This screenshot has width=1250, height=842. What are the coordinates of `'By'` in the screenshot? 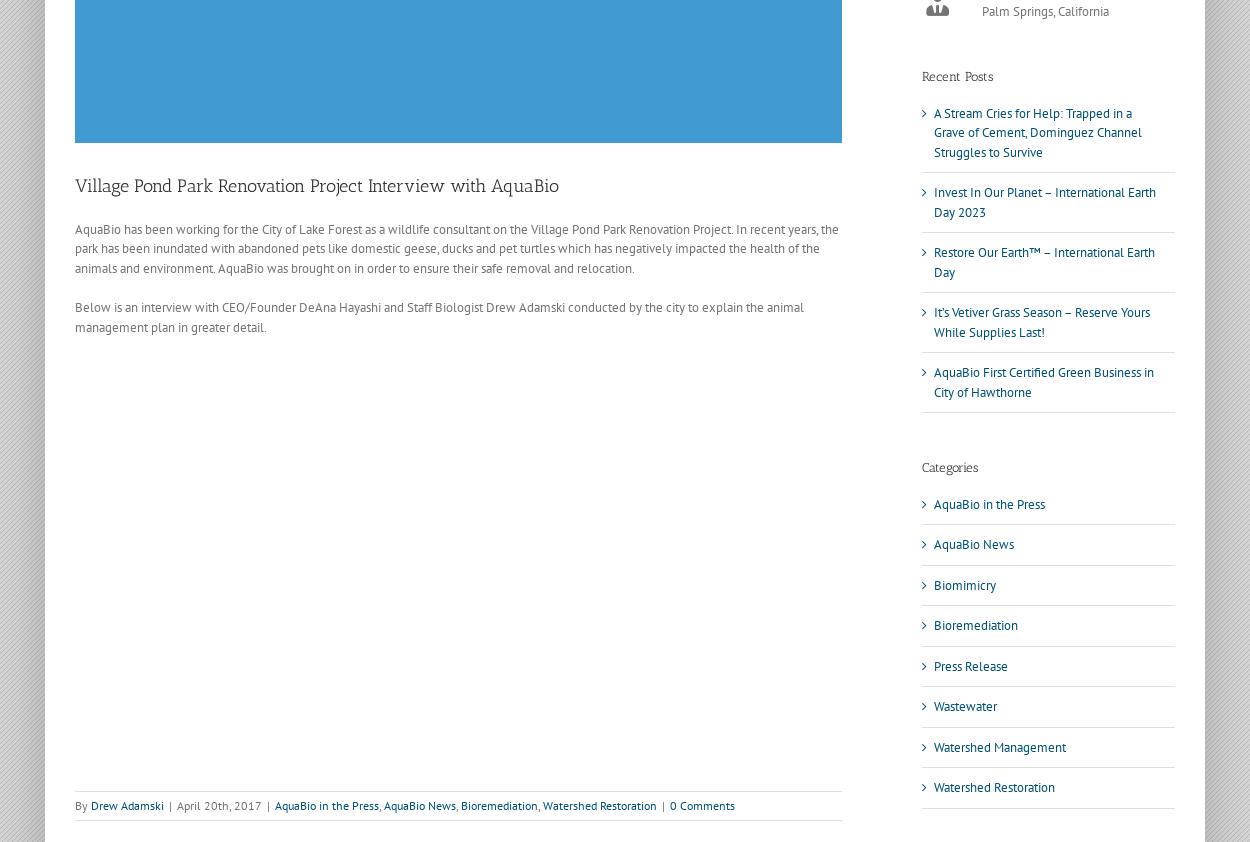 It's located at (82, 805).